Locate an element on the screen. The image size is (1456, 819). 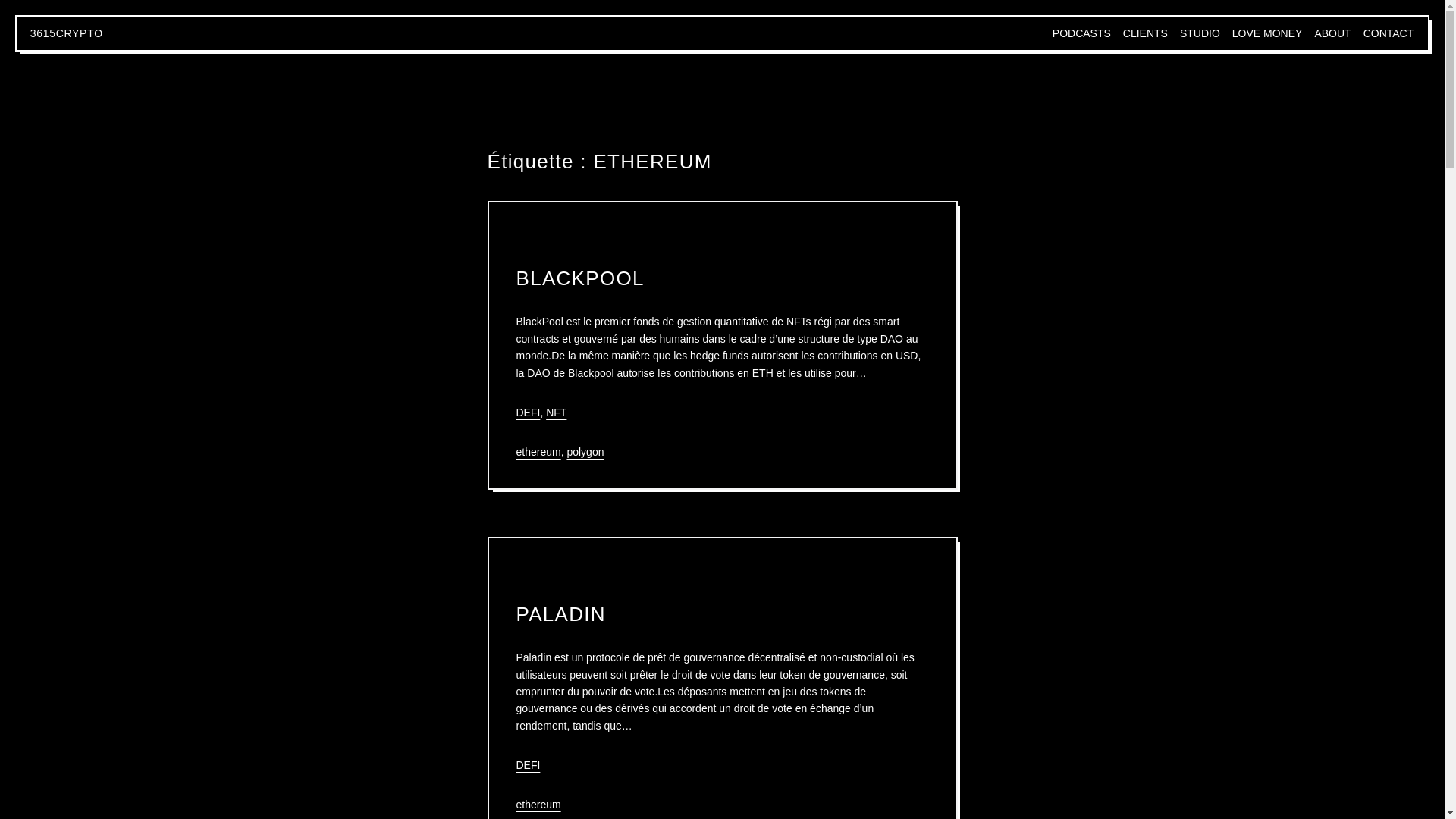
'CONTACT' is located at coordinates (1363, 33).